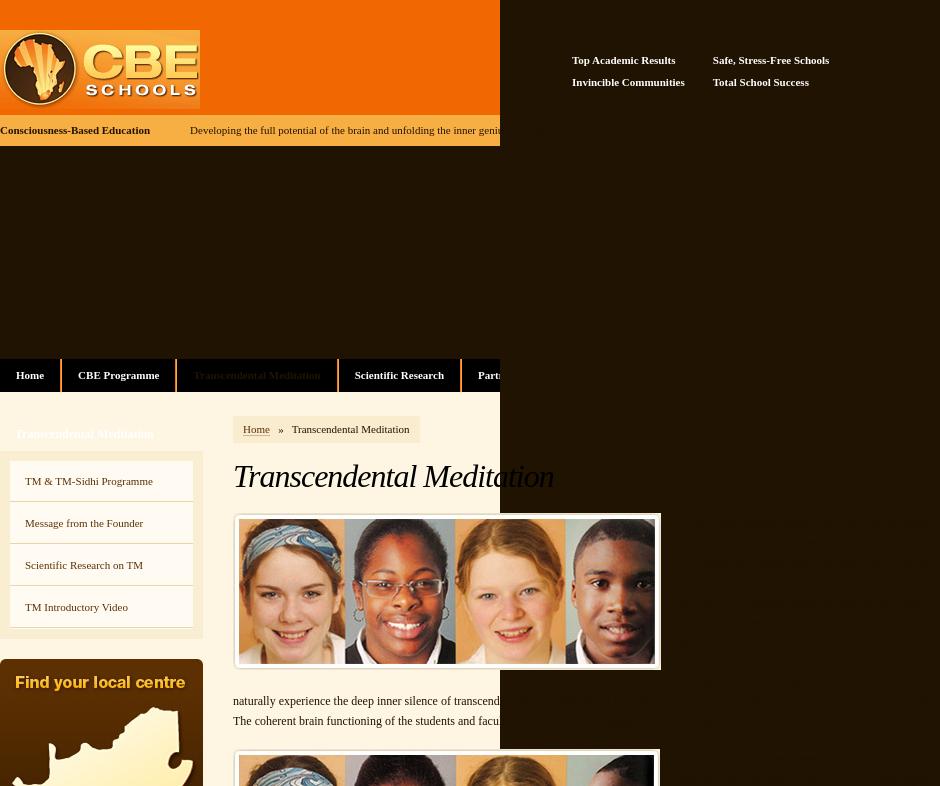 The width and height of the screenshot is (940, 786). What do you see at coordinates (84, 563) in the screenshot?
I see `'Scientific Research on TM'` at bounding box center [84, 563].